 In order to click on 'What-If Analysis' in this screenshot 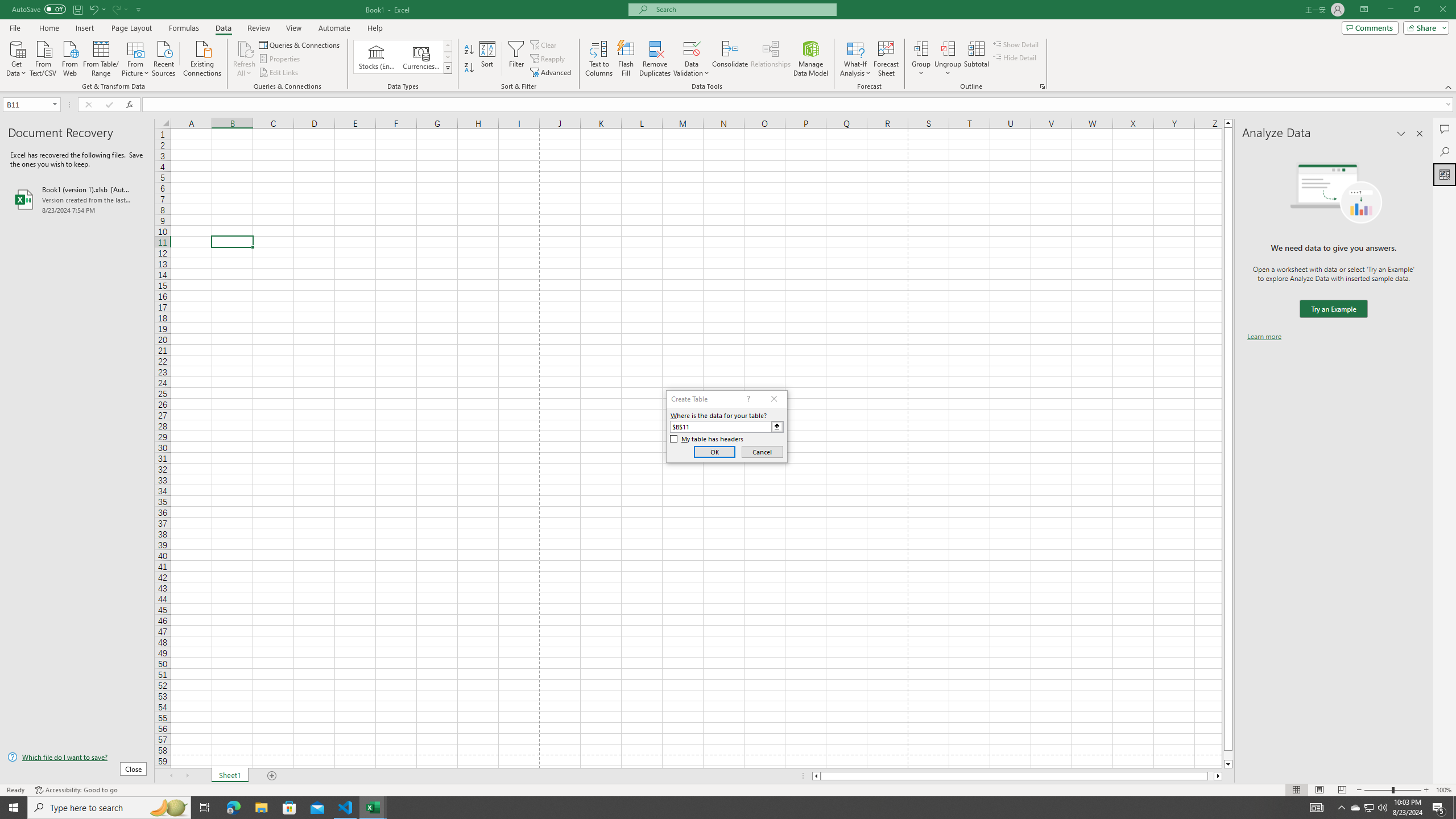, I will do `click(855, 59)`.